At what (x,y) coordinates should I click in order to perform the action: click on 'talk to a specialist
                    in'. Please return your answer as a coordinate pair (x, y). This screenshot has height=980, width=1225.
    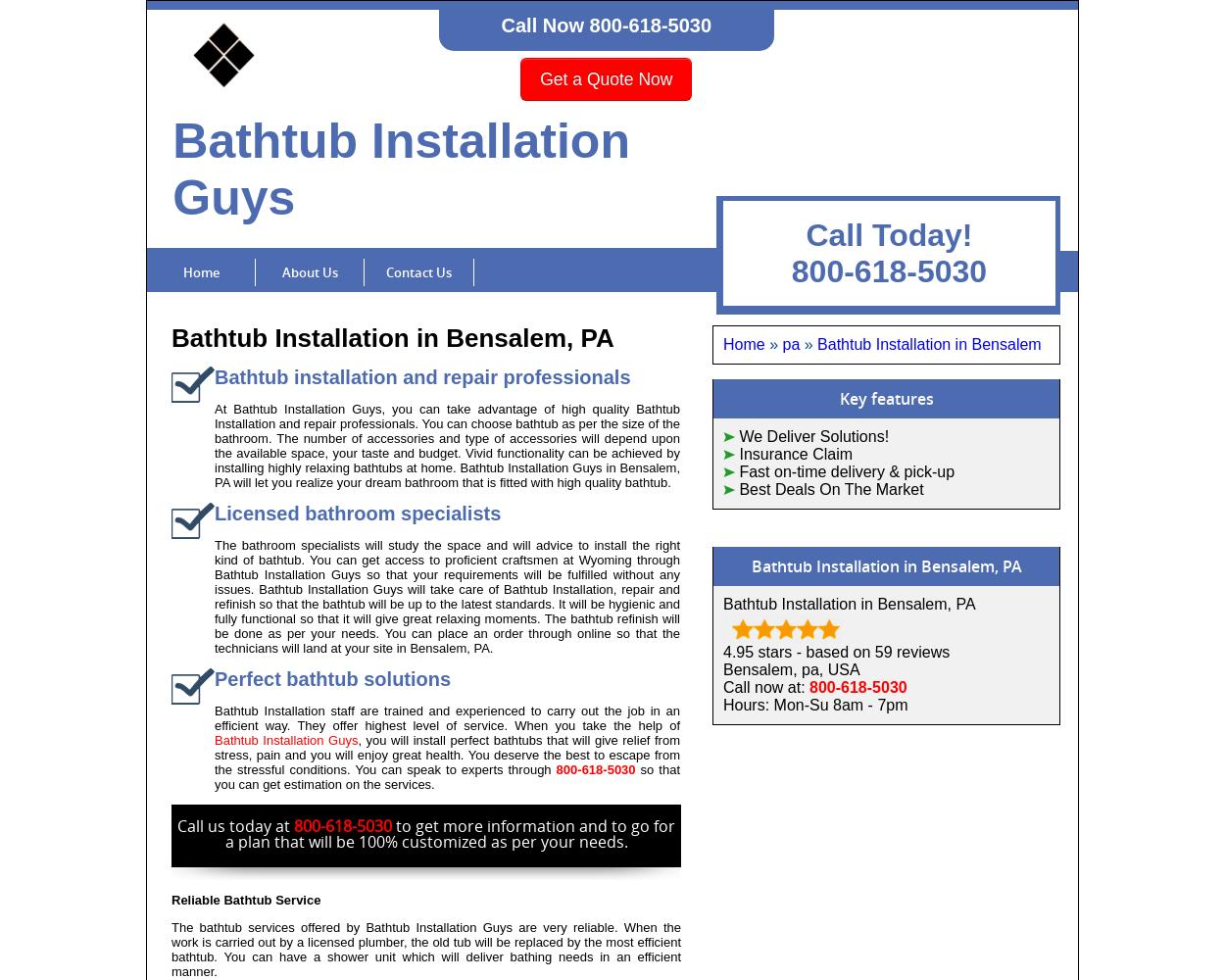
    Looking at the image, I should click on (805, 911).